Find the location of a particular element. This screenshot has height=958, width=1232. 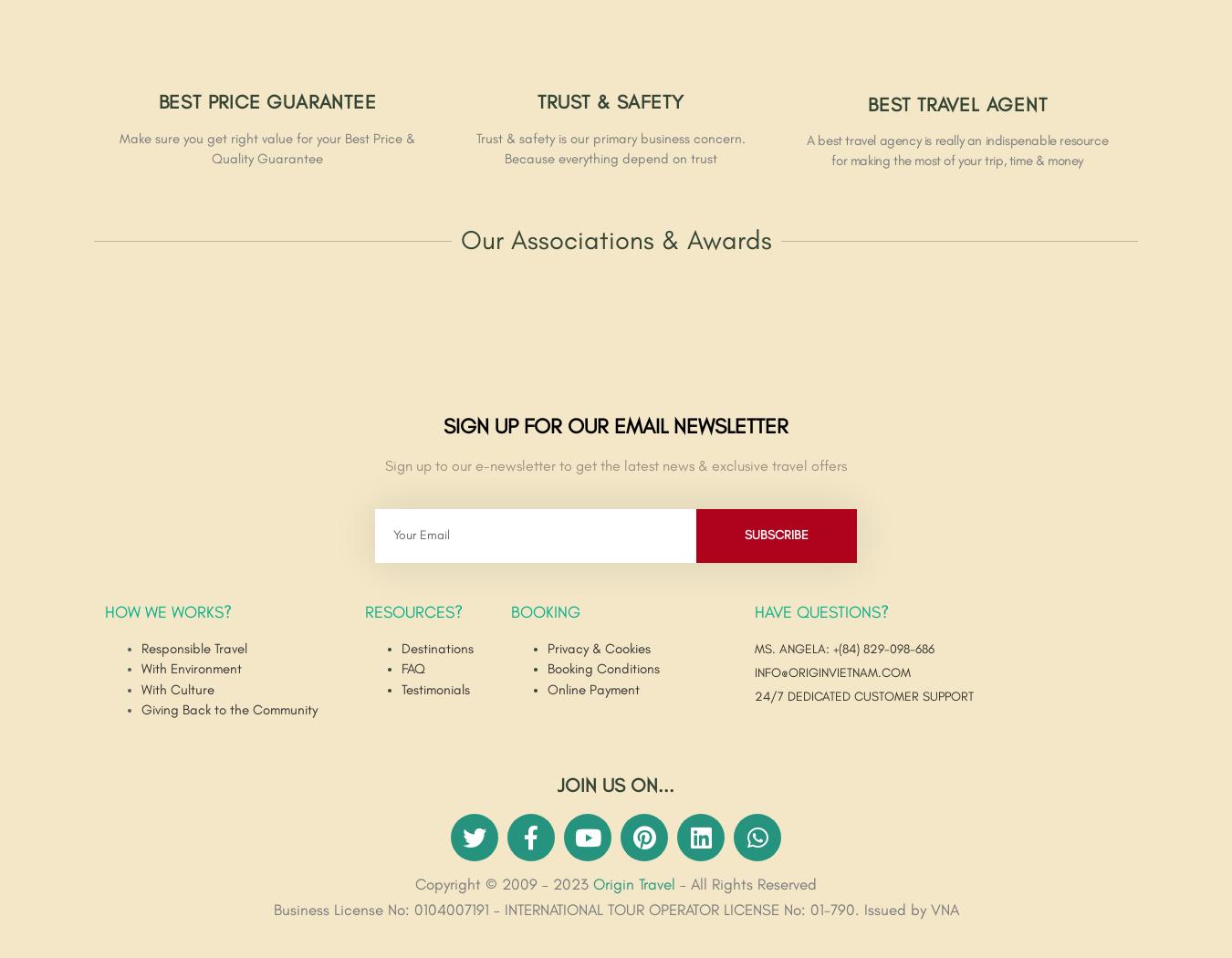

'Trust & safety is our primary business concern. Because everything depend on trust' is located at coordinates (610, 148).